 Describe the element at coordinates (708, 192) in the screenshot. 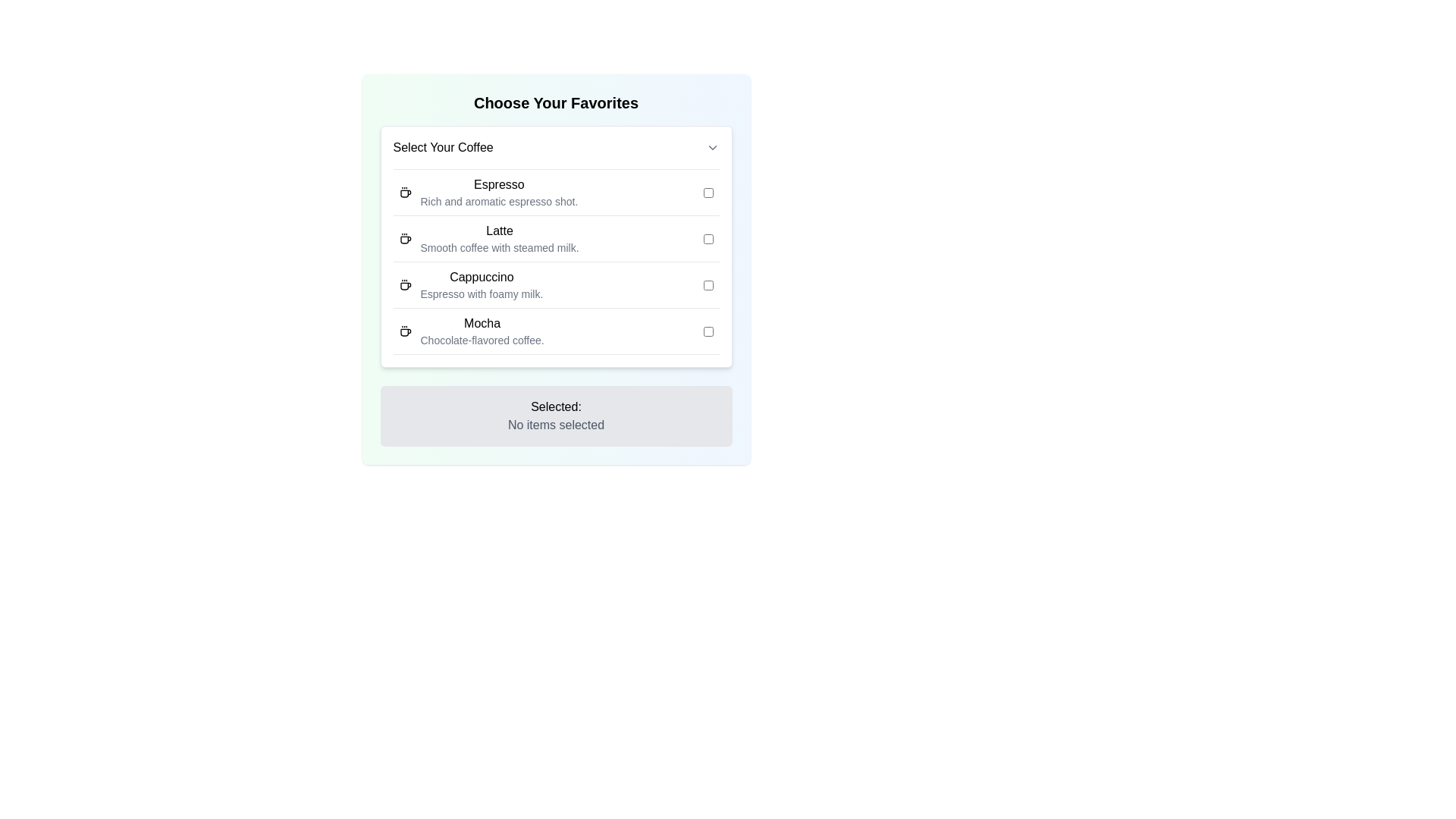

I see `the checkbox located at the right end of the 'Espresso' entry row in the coffee selection list to focus on it` at that location.